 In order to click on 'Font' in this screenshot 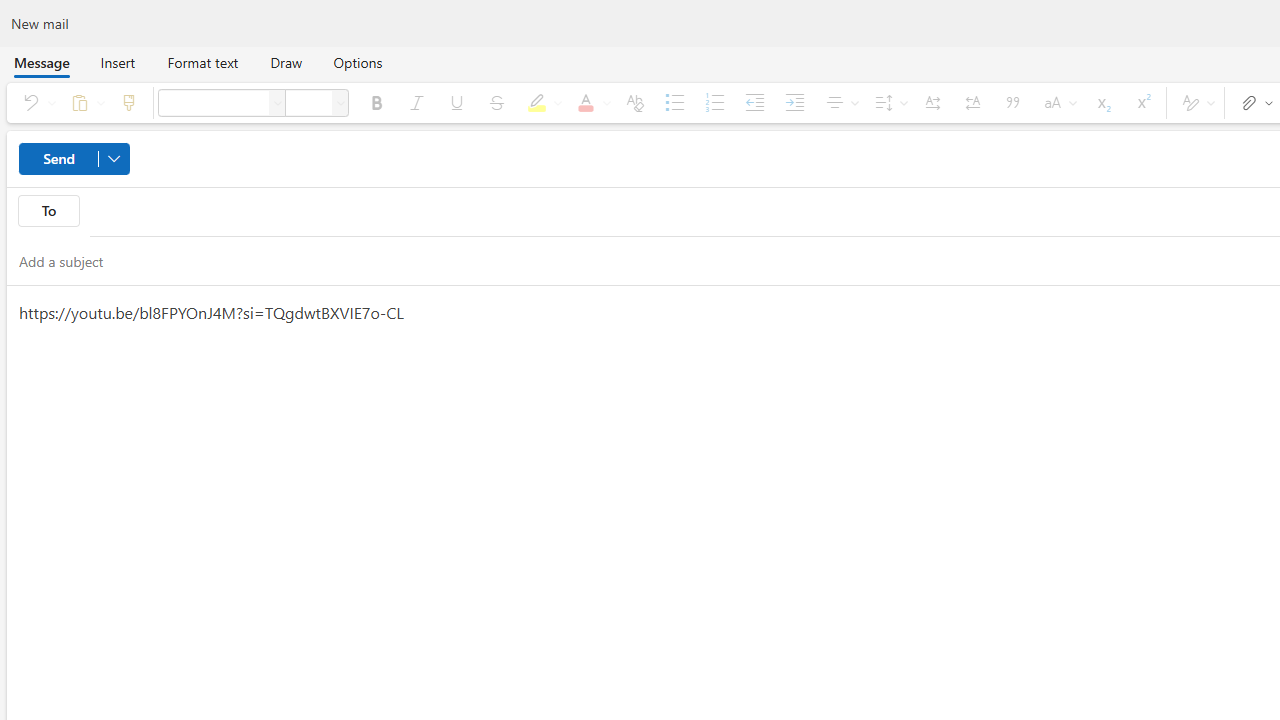, I will do `click(276, 102)`.